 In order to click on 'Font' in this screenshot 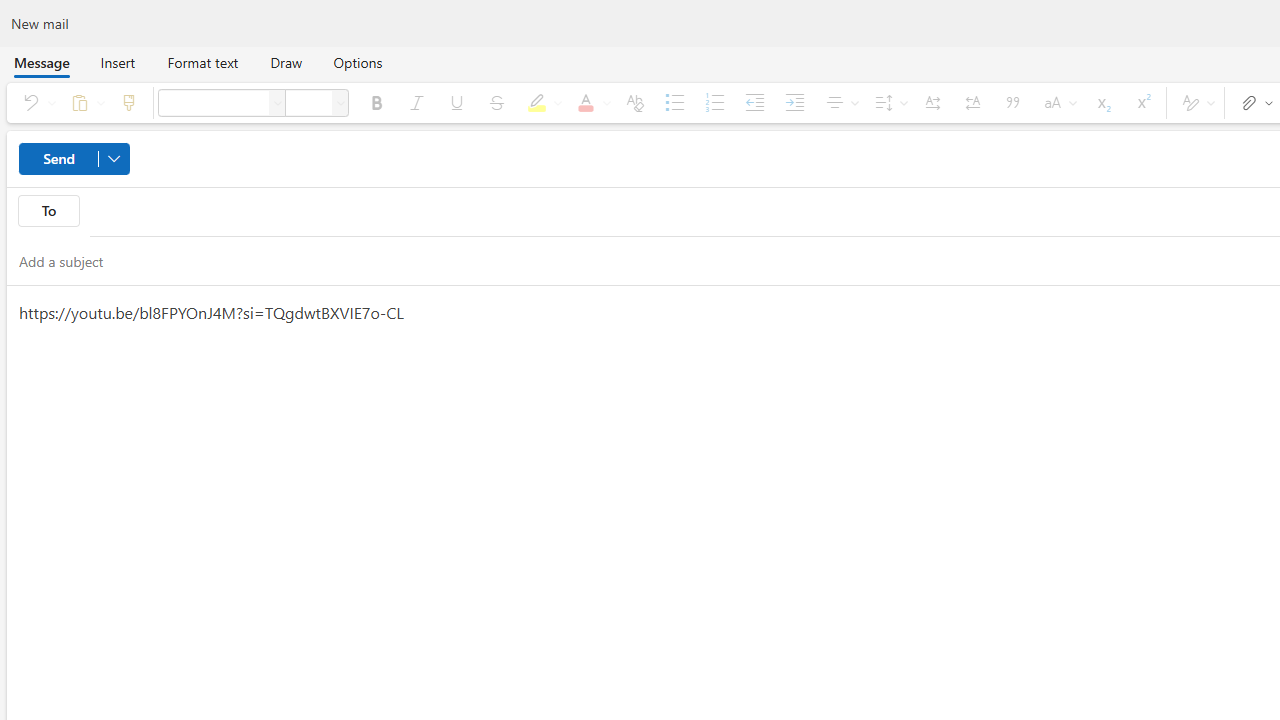, I will do `click(276, 102)`.